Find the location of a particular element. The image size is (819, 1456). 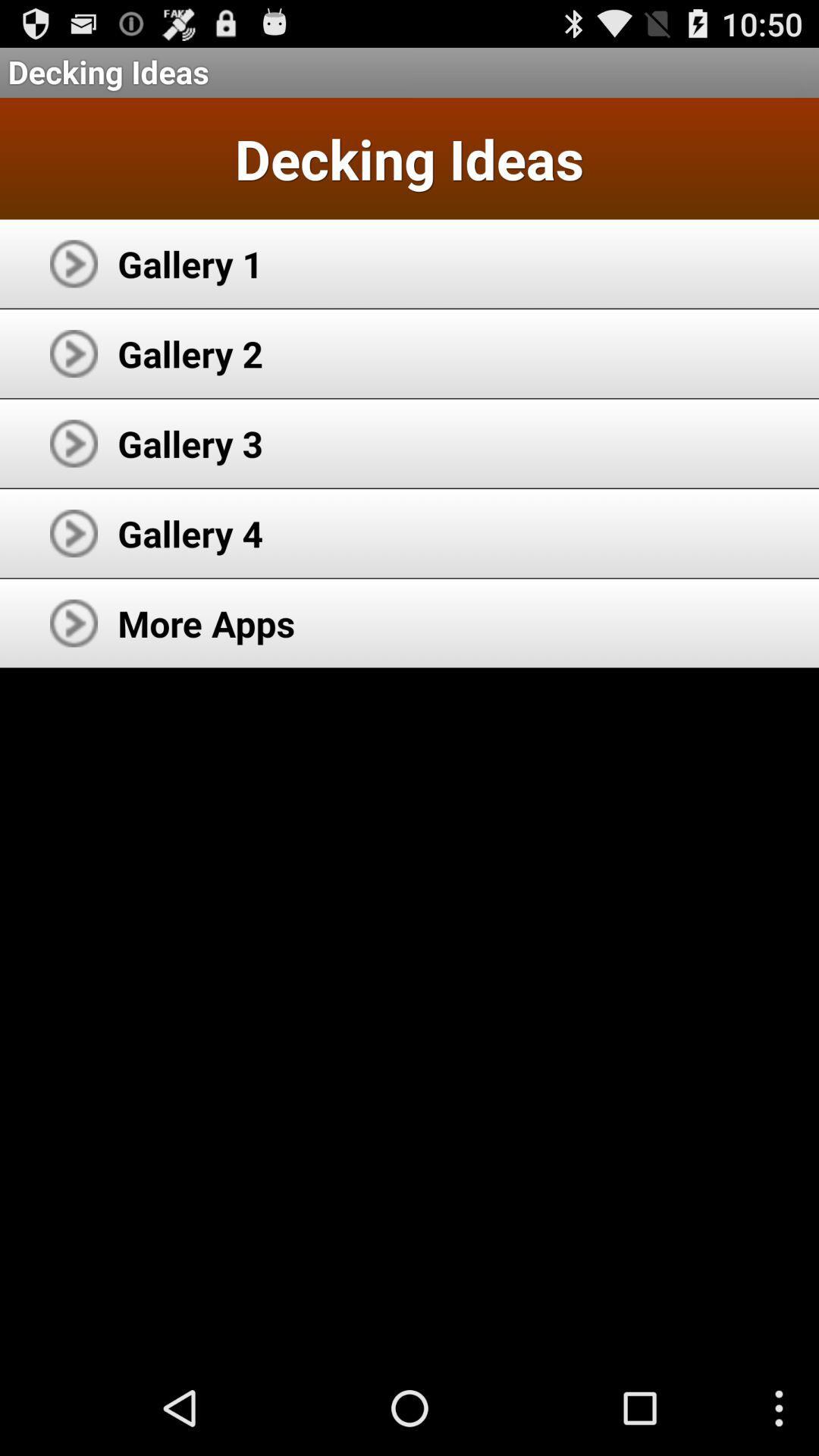

the third drop down is located at coordinates (74, 443).